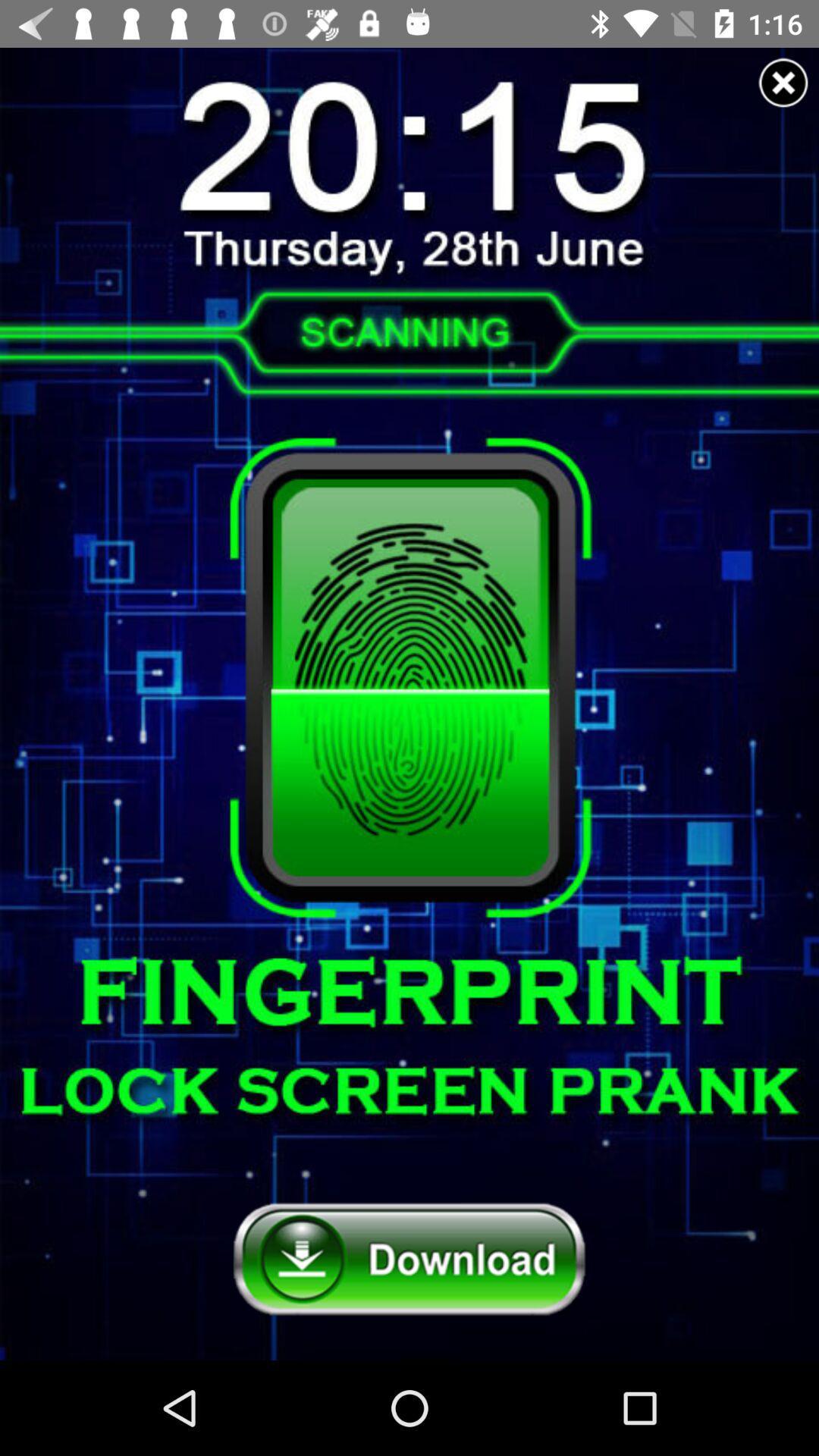  What do you see at coordinates (409, 1260) in the screenshot?
I see `download button` at bounding box center [409, 1260].